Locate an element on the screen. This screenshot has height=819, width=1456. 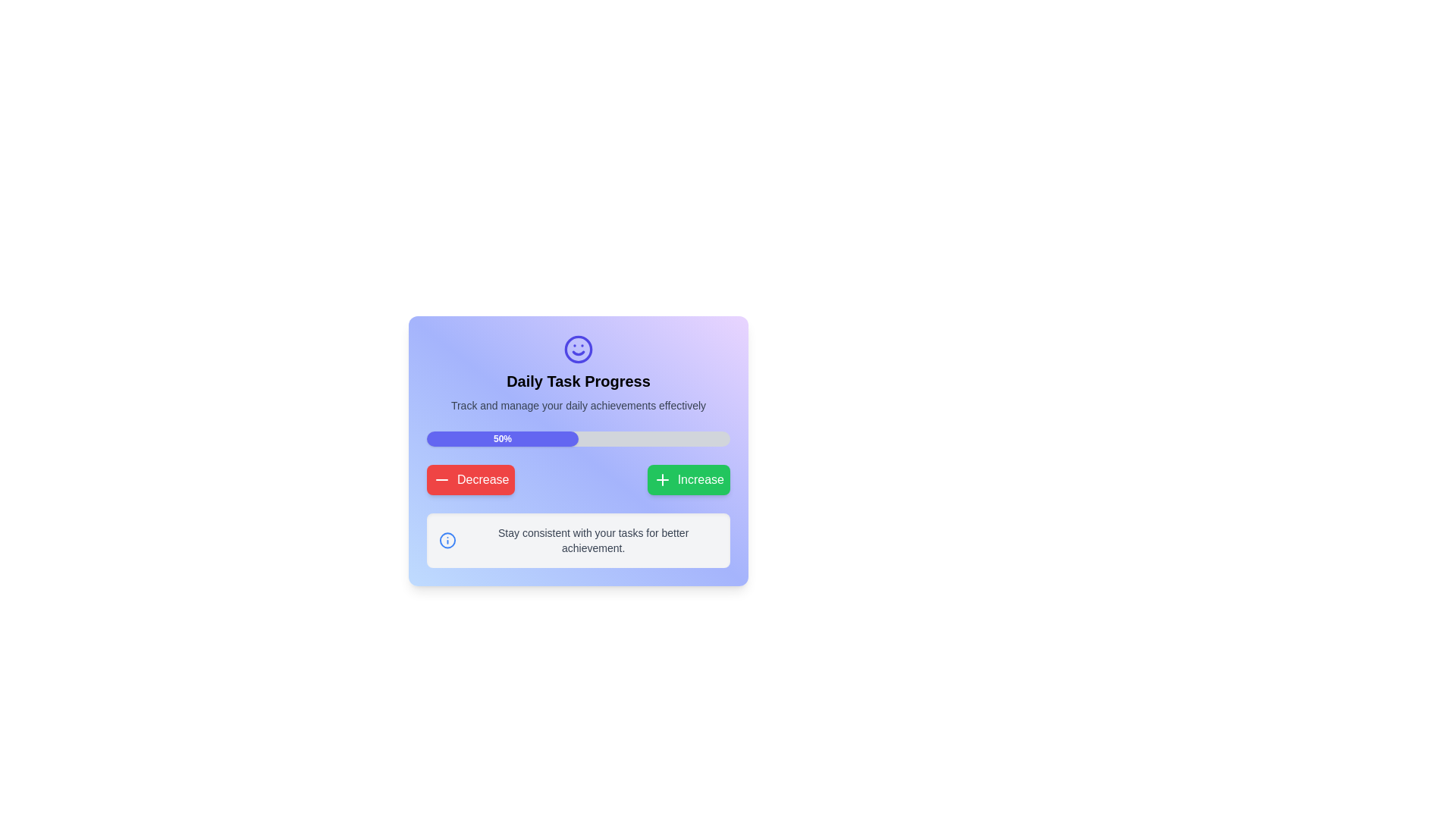
the information icon located to the left of the text 'Stay consistent with your tasks for better achievement.' is located at coordinates (447, 540).